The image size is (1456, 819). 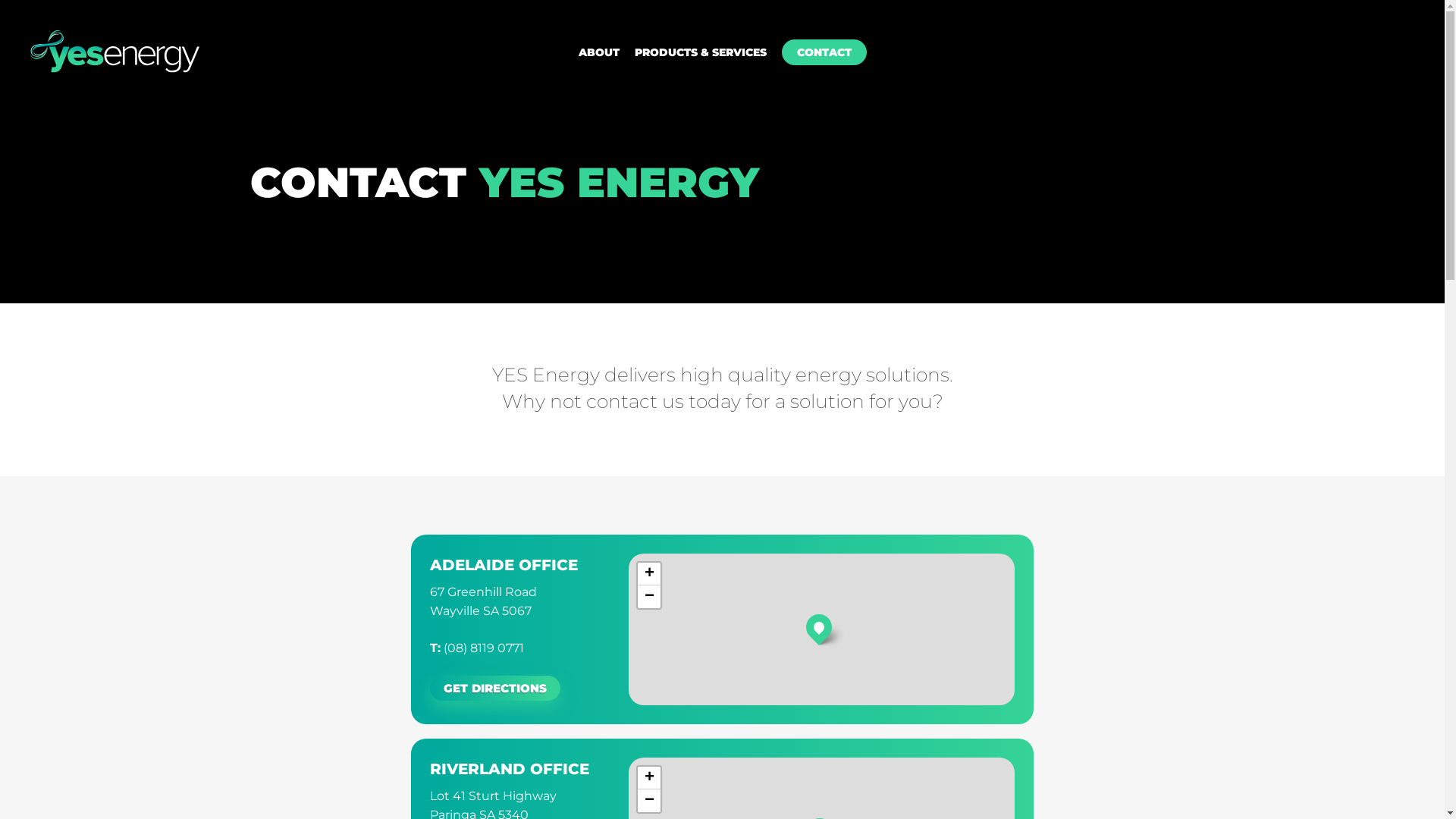 I want to click on 'PRODUCTS & SERVICES', so click(x=698, y=52).